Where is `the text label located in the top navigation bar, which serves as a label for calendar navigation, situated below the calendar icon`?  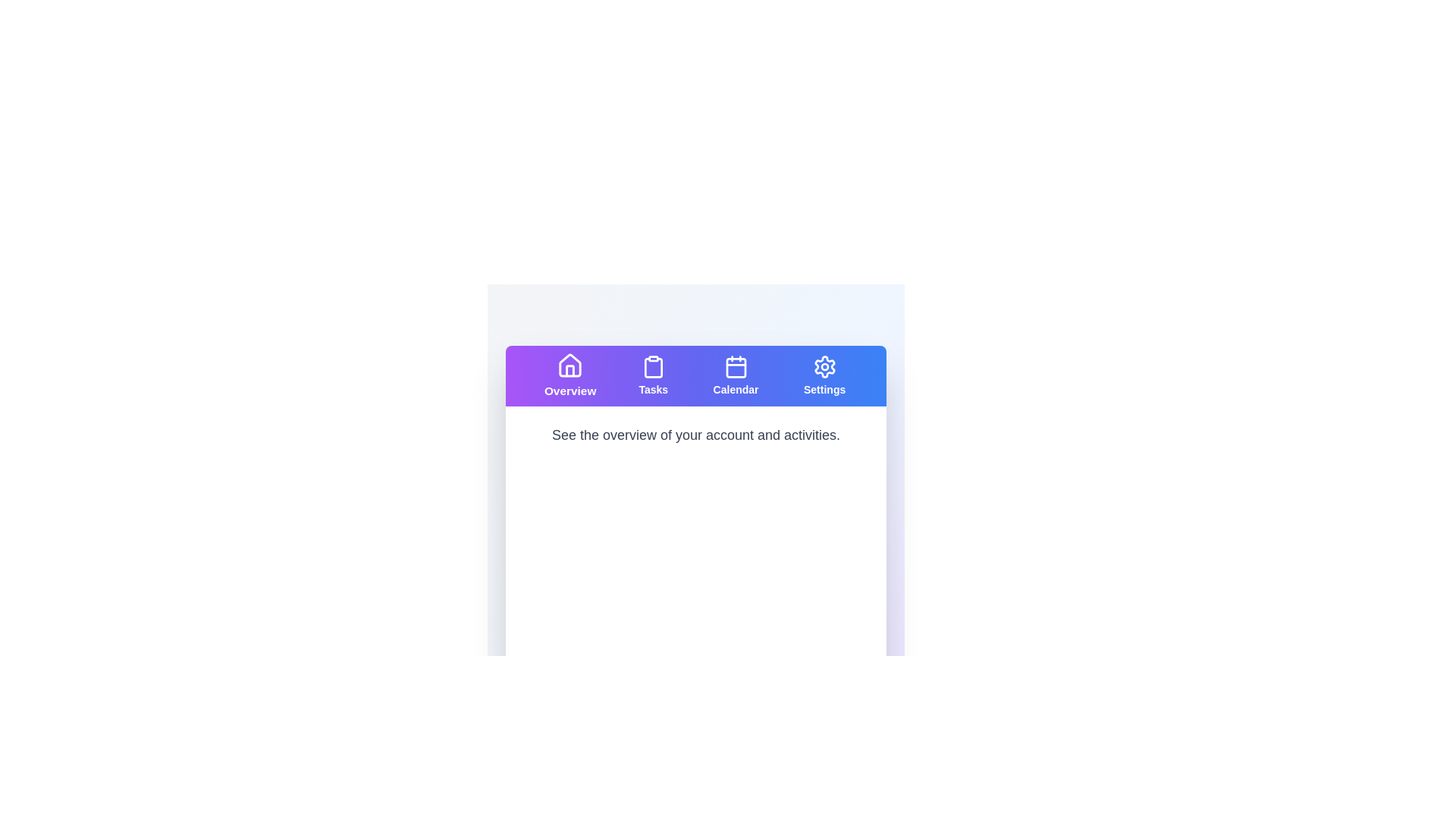
the text label located in the top navigation bar, which serves as a label for calendar navigation, situated below the calendar icon is located at coordinates (736, 389).